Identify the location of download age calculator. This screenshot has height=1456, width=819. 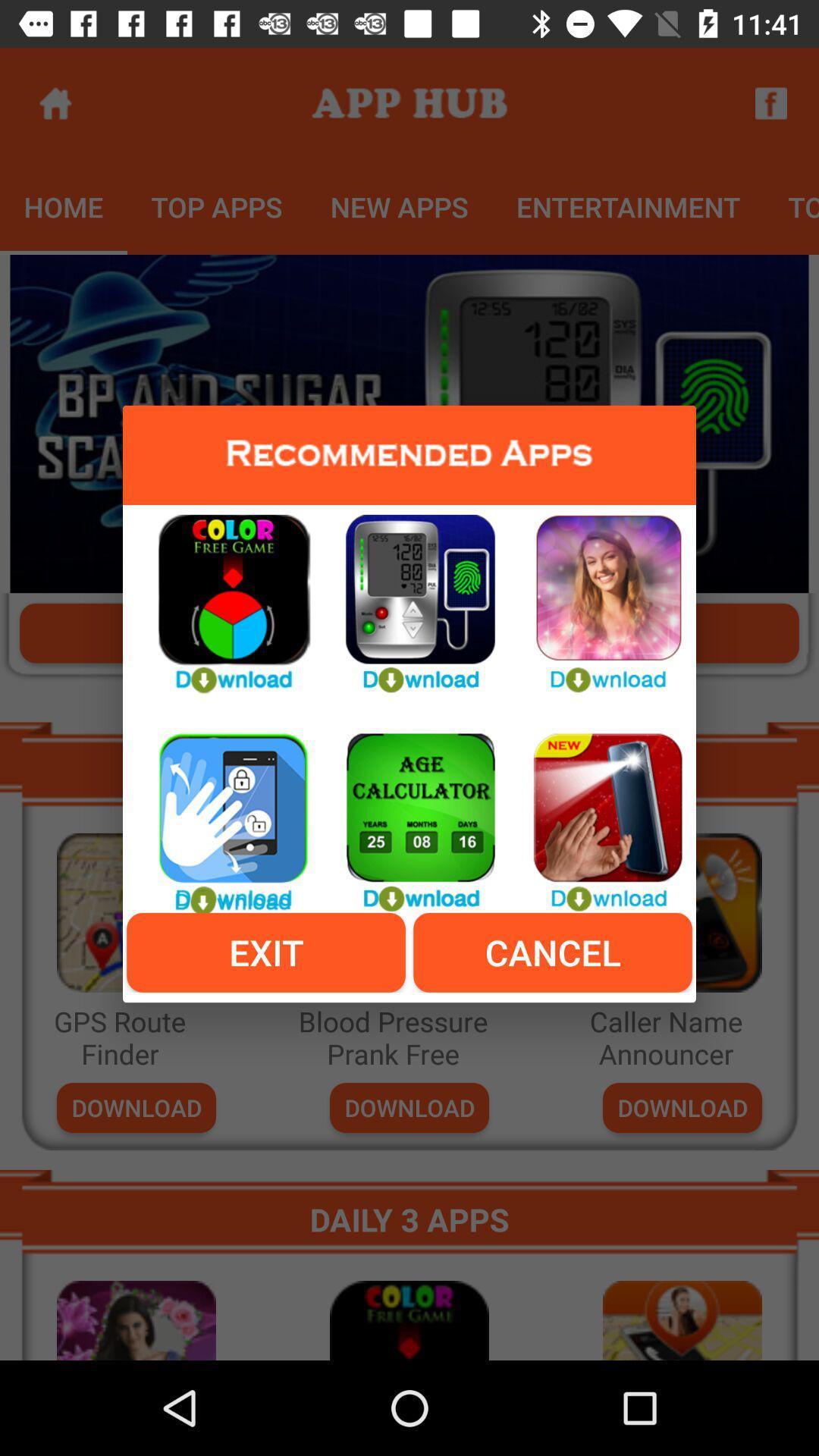
(409, 813).